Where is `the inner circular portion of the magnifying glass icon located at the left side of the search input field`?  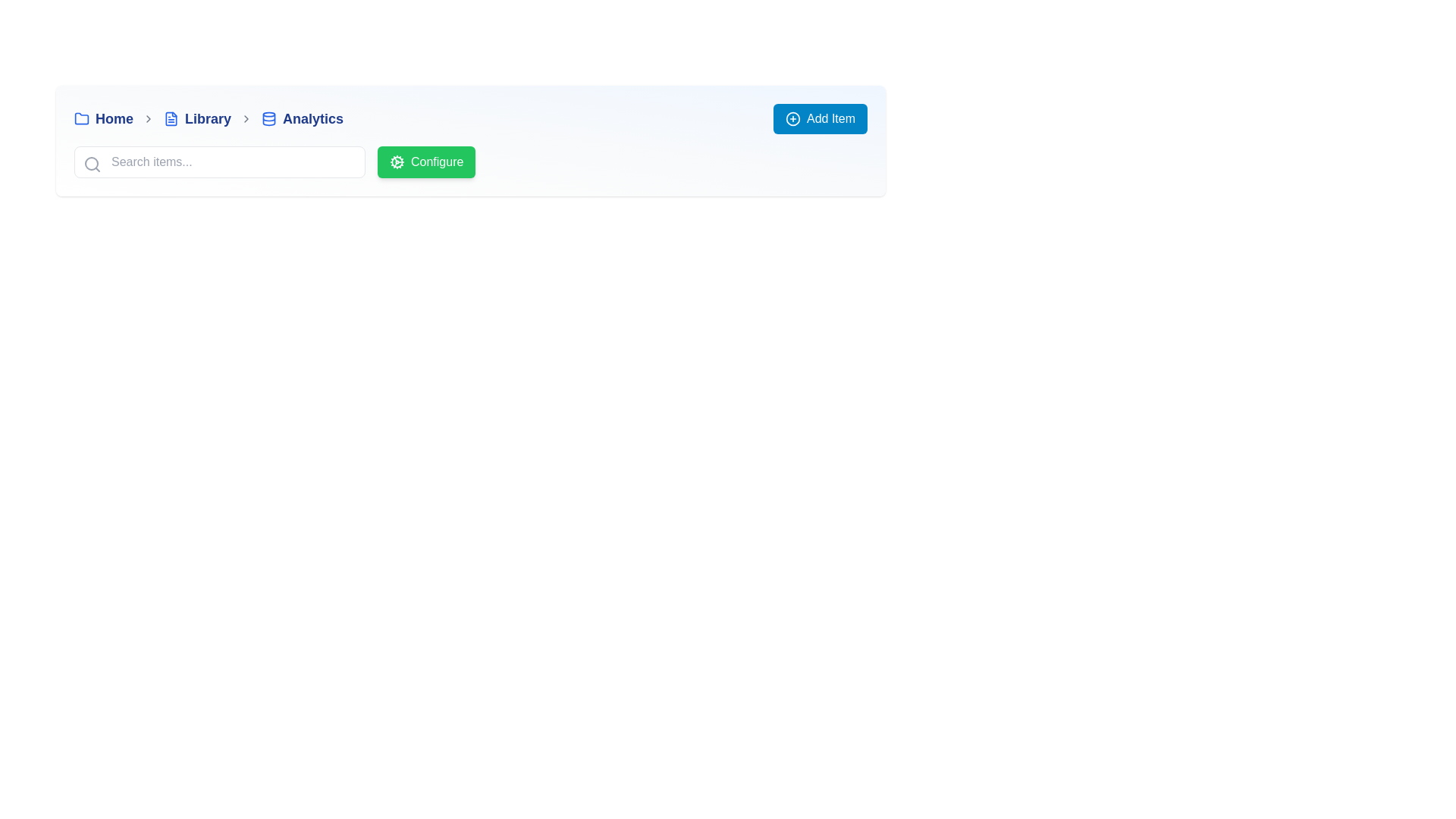 the inner circular portion of the magnifying glass icon located at the left side of the search input field is located at coordinates (90, 164).